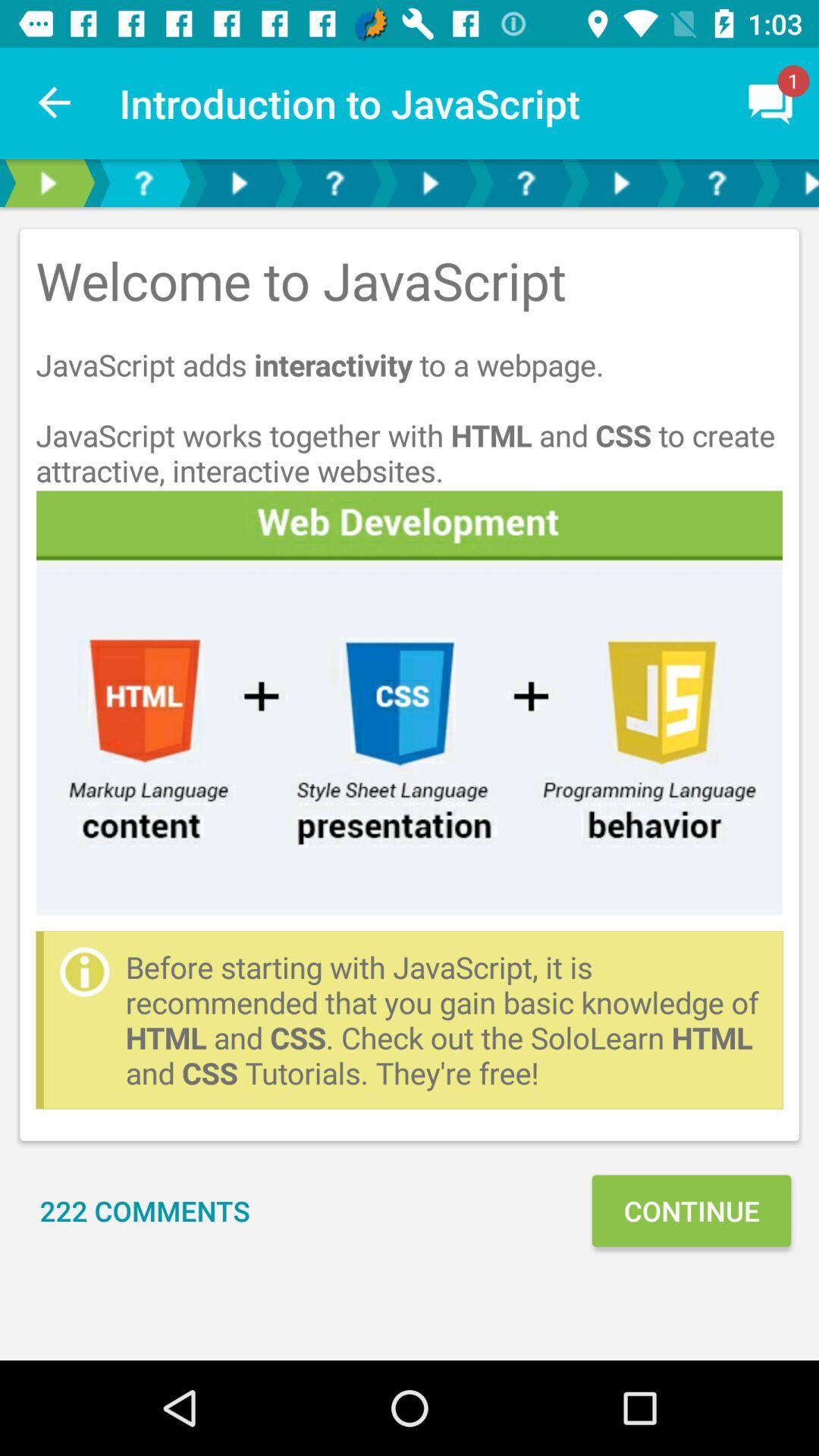 Image resolution: width=819 pixels, height=1456 pixels. What do you see at coordinates (525, 182) in the screenshot?
I see `the help icon` at bounding box center [525, 182].